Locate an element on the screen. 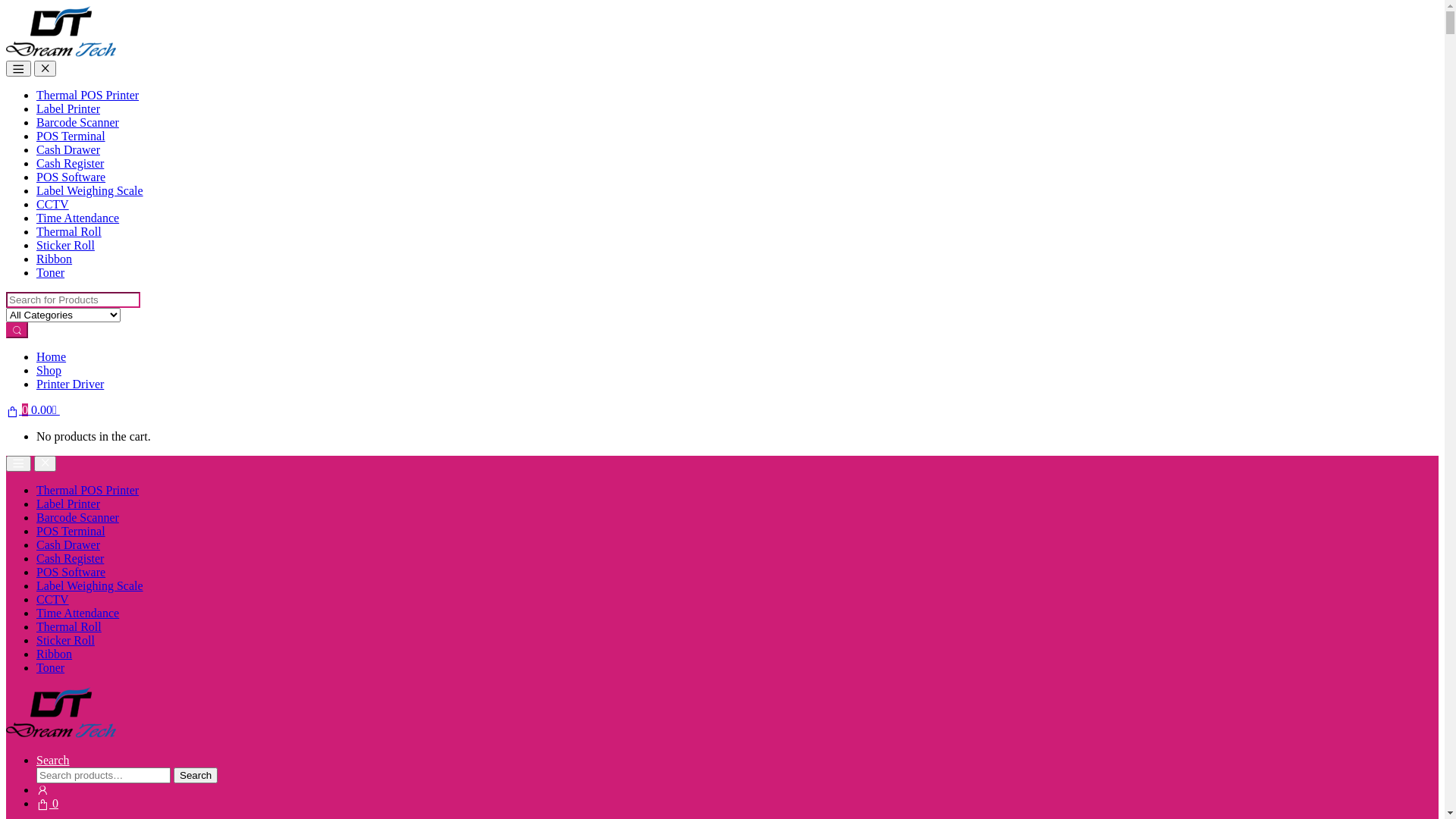 The image size is (1456, 819). 'Sticker Roll' is located at coordinates (64, 244).